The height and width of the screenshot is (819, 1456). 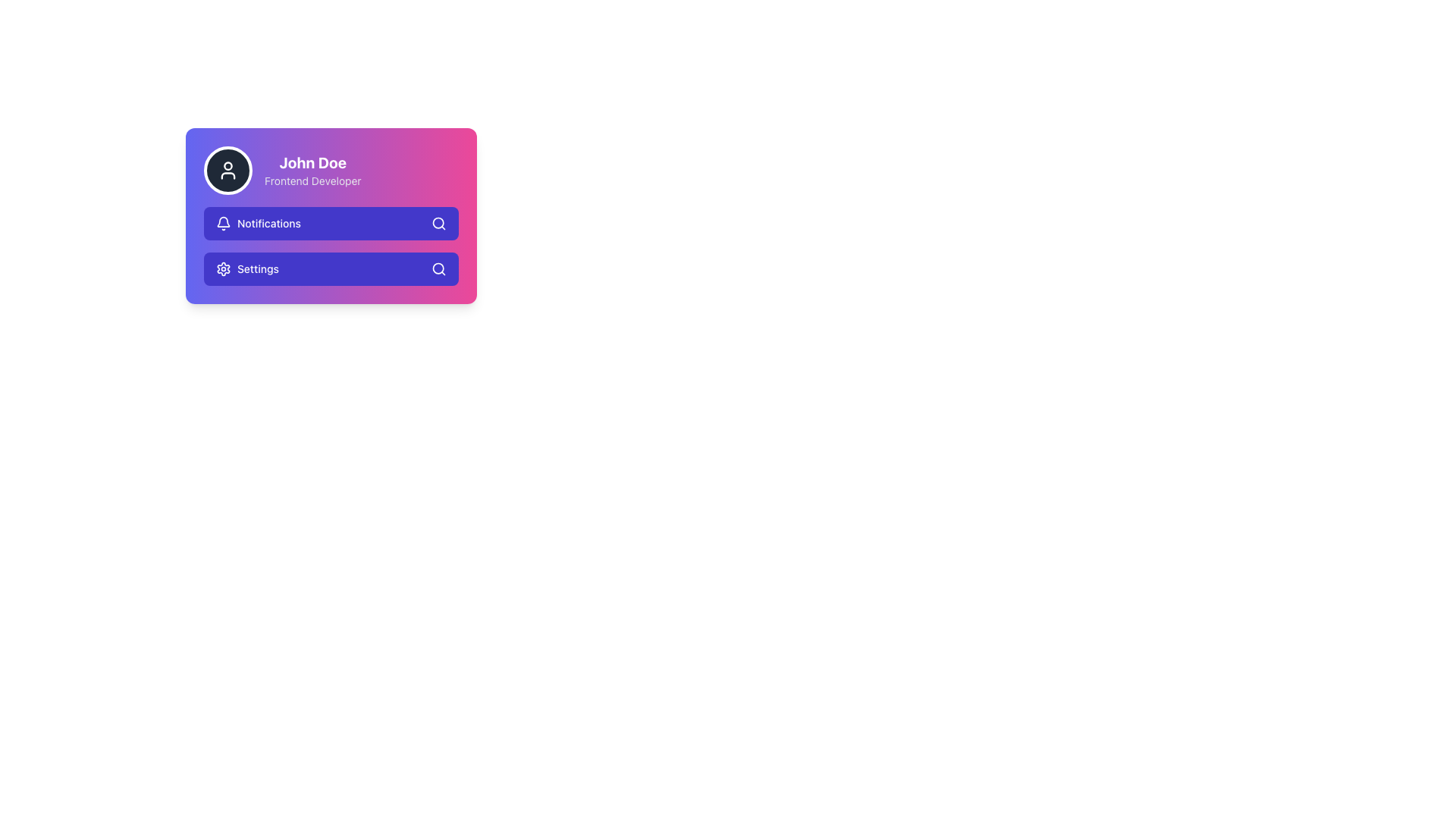 I want to click on the SVG circle element that is part of the magnifying glass icon located near the top-right corner of the 'Notifications' button, so click(x=438, y=223).